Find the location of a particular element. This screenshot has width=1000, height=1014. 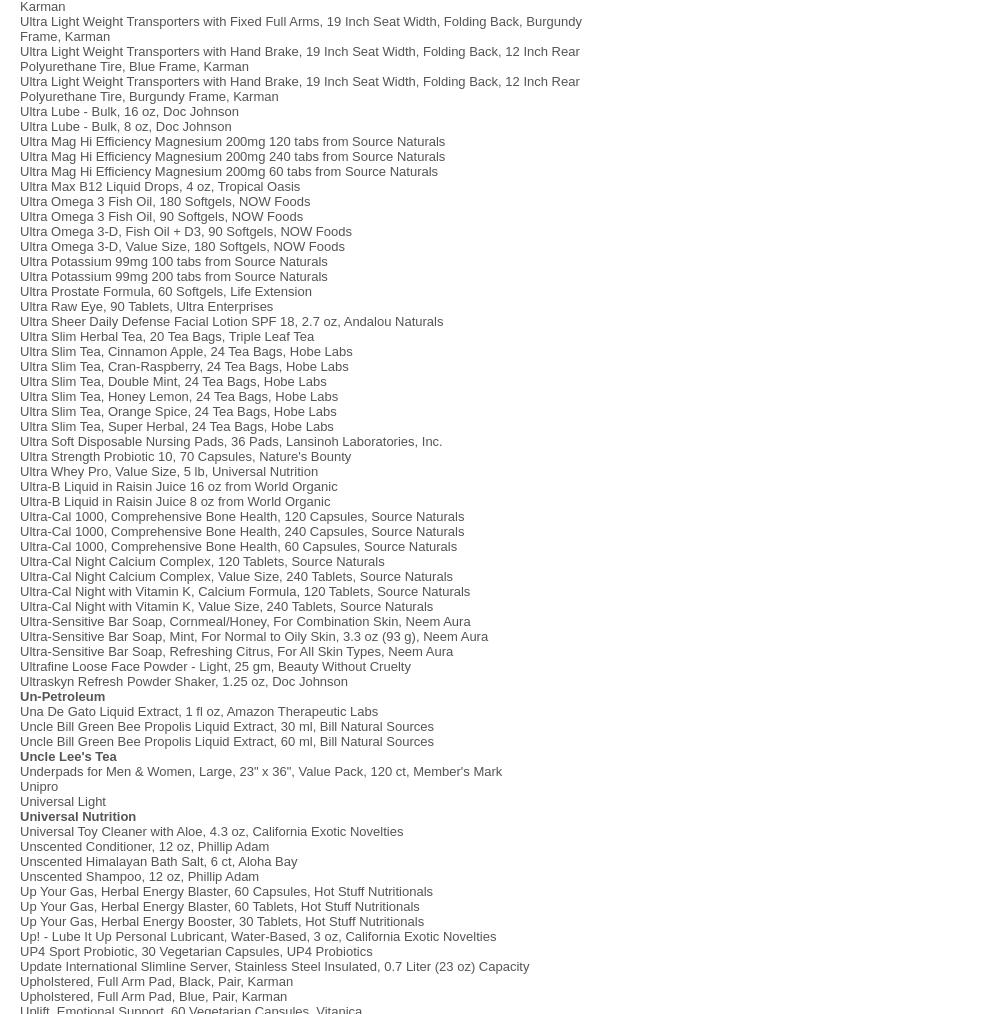

'Ultra Slim Tea, Double Mint, 24 Tea Bags, Hobe Labs' is located at coordinates (173, 380).